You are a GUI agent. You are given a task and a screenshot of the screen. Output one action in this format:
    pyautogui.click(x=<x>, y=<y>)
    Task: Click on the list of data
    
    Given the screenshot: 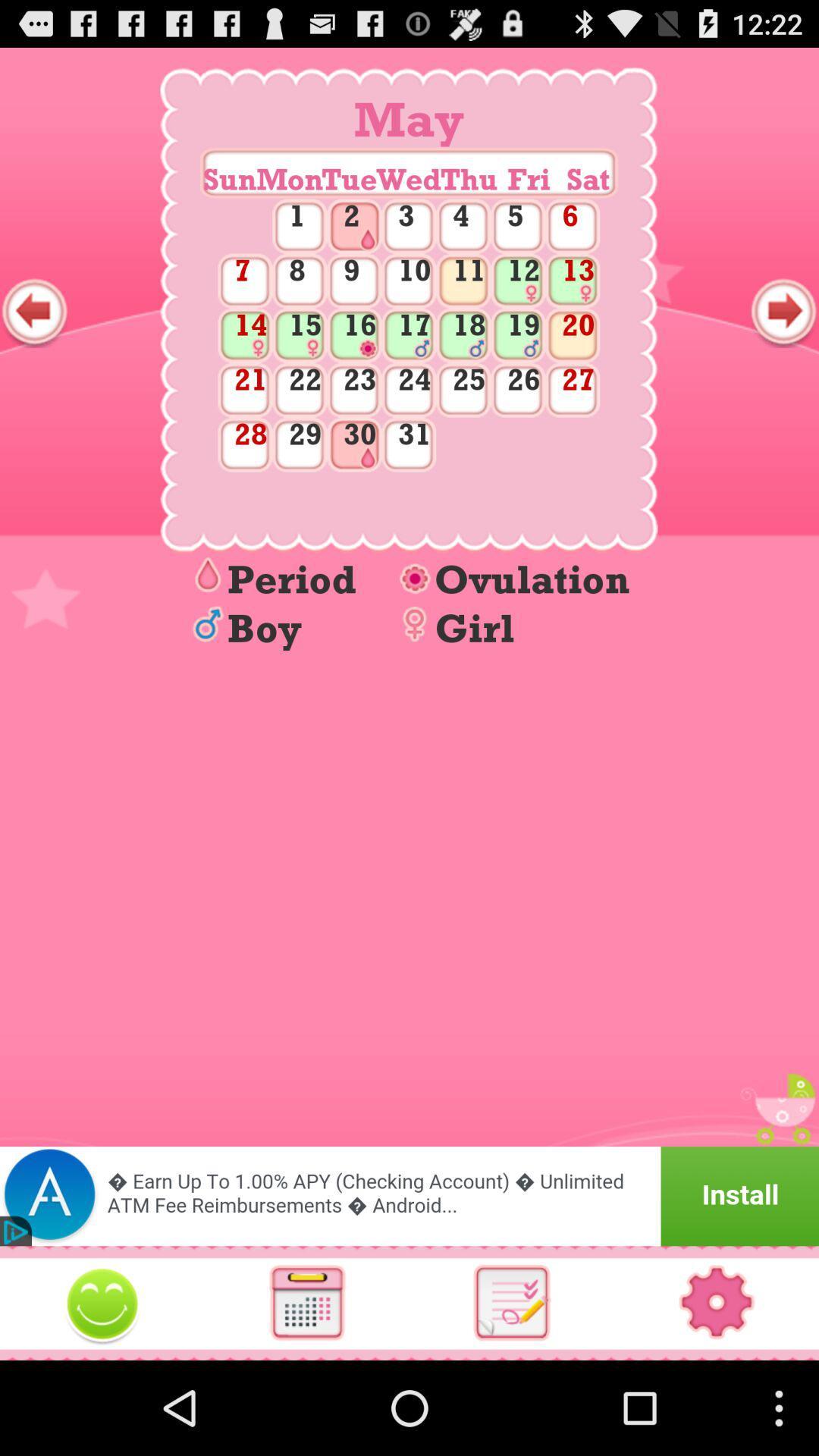 What is the action you would take?
    pyautogui.click(x=512, y=1302)
    